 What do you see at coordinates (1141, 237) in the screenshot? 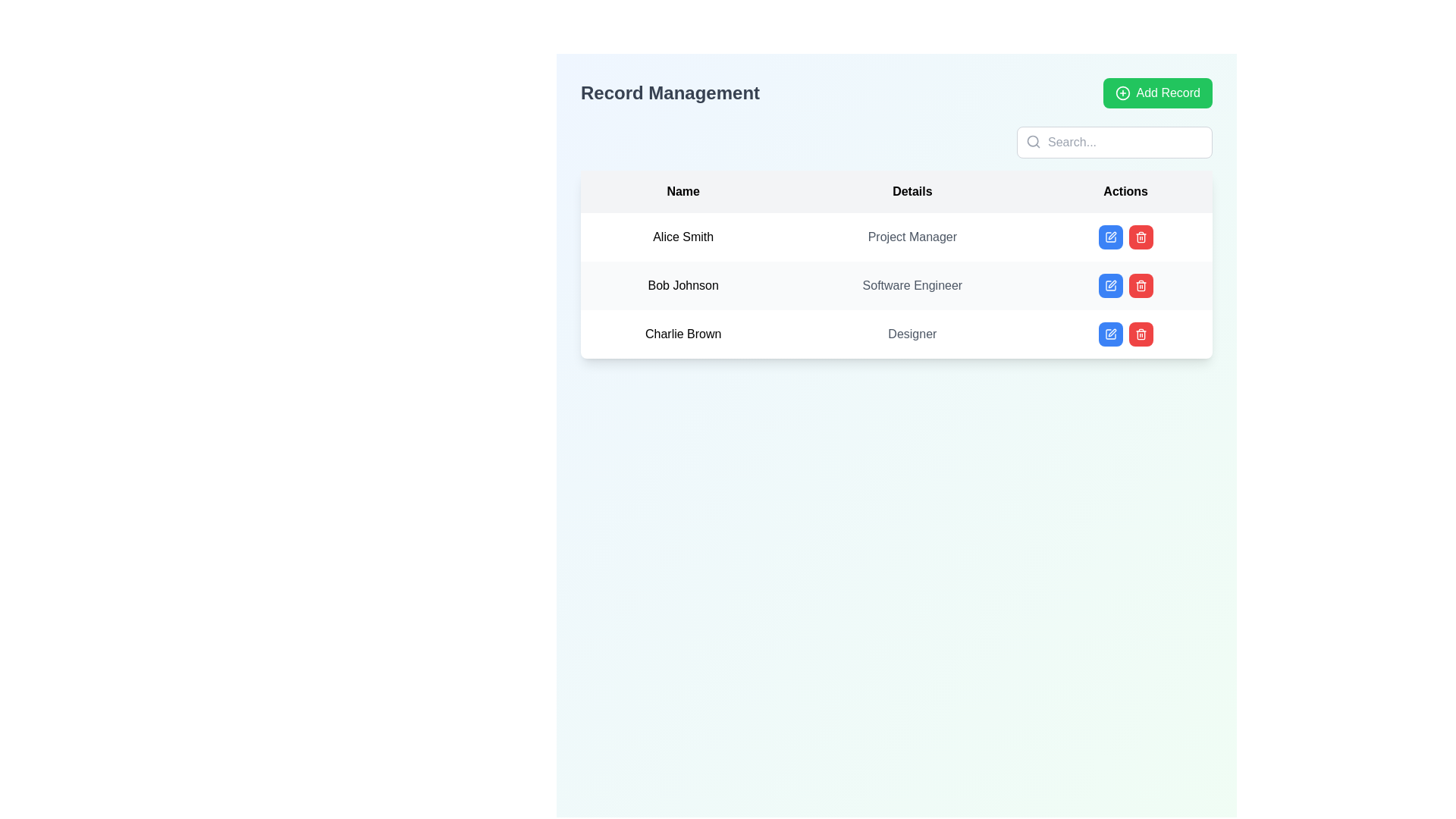
I see `the delete button with an icon located in the 'Actions' column of the first row in the table, to the right of the blue edit button` at bounding box center [1141, 237].